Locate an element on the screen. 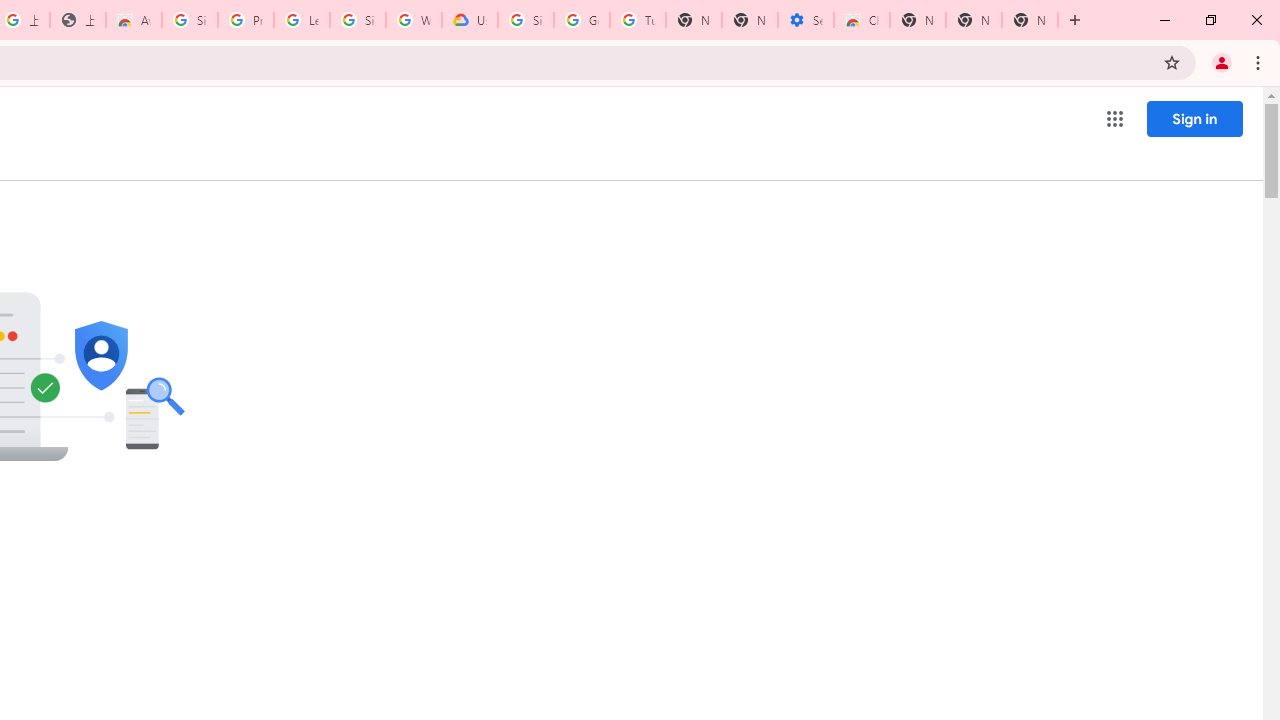 This screenshot has height=720, width=1280. 'Who are Google' is located at coordinates (413, 20).